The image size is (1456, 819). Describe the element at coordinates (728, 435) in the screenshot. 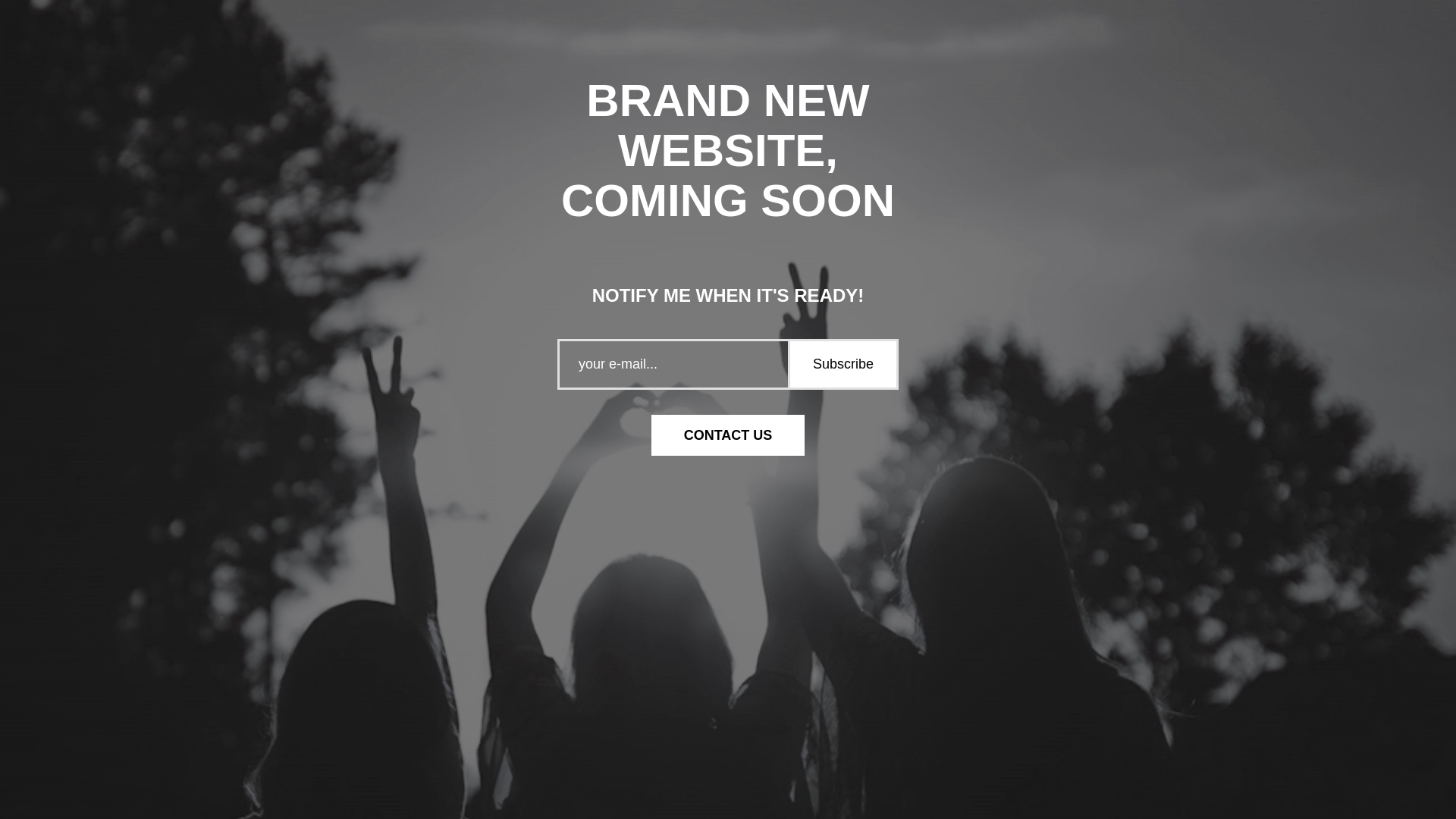

I see `'CONTACT US'` at that location.